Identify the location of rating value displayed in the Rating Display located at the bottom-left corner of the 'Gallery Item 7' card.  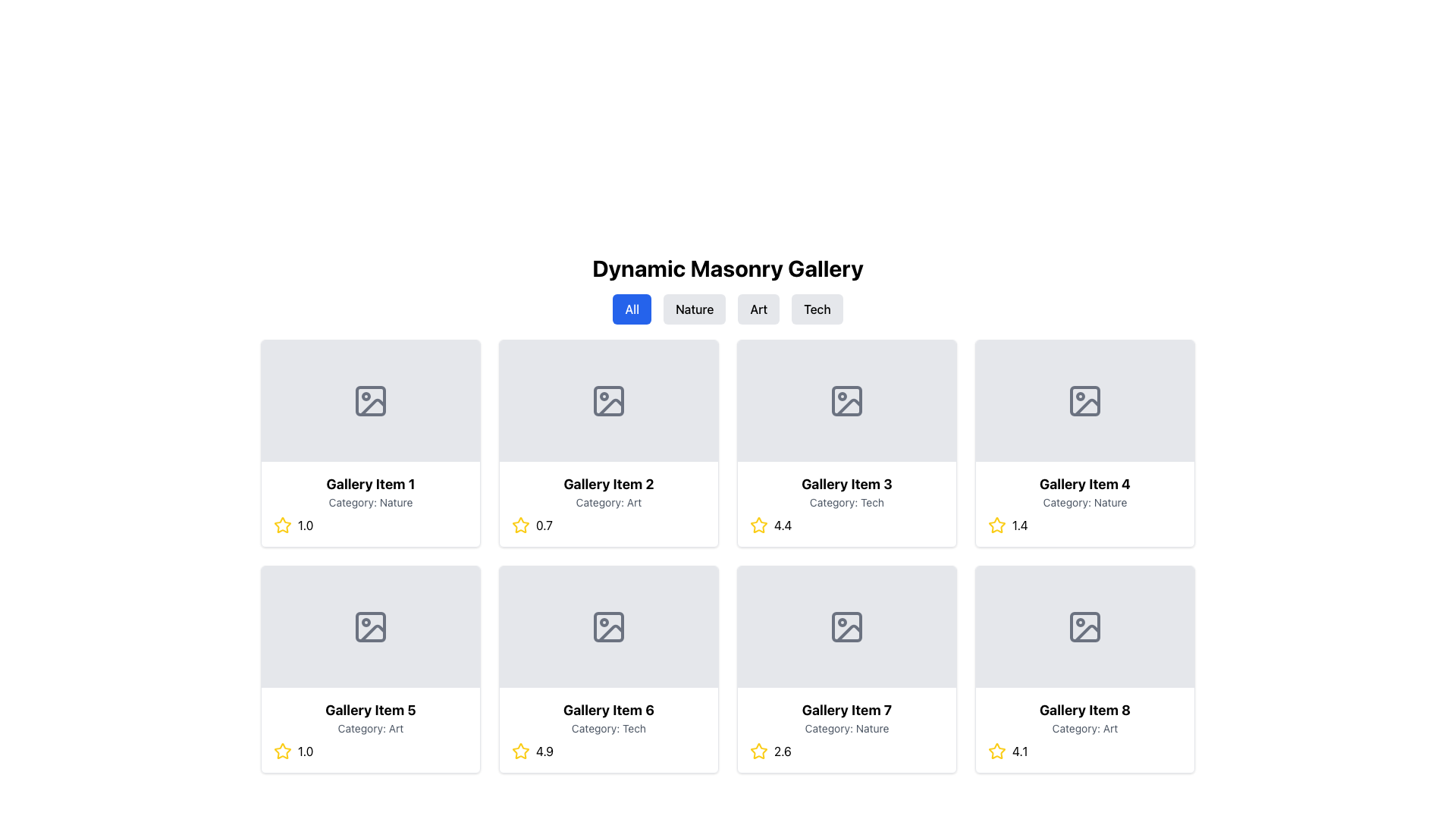
(846, 752).